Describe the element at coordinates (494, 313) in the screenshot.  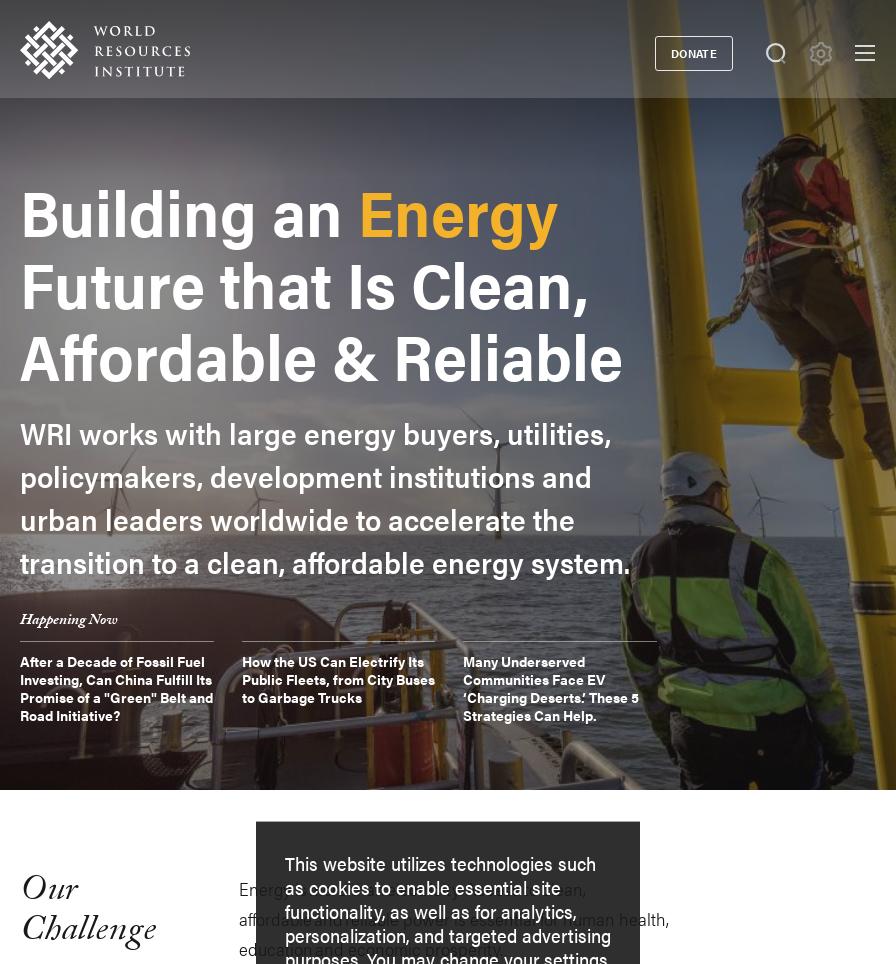
I see `'About Us'` at that location.